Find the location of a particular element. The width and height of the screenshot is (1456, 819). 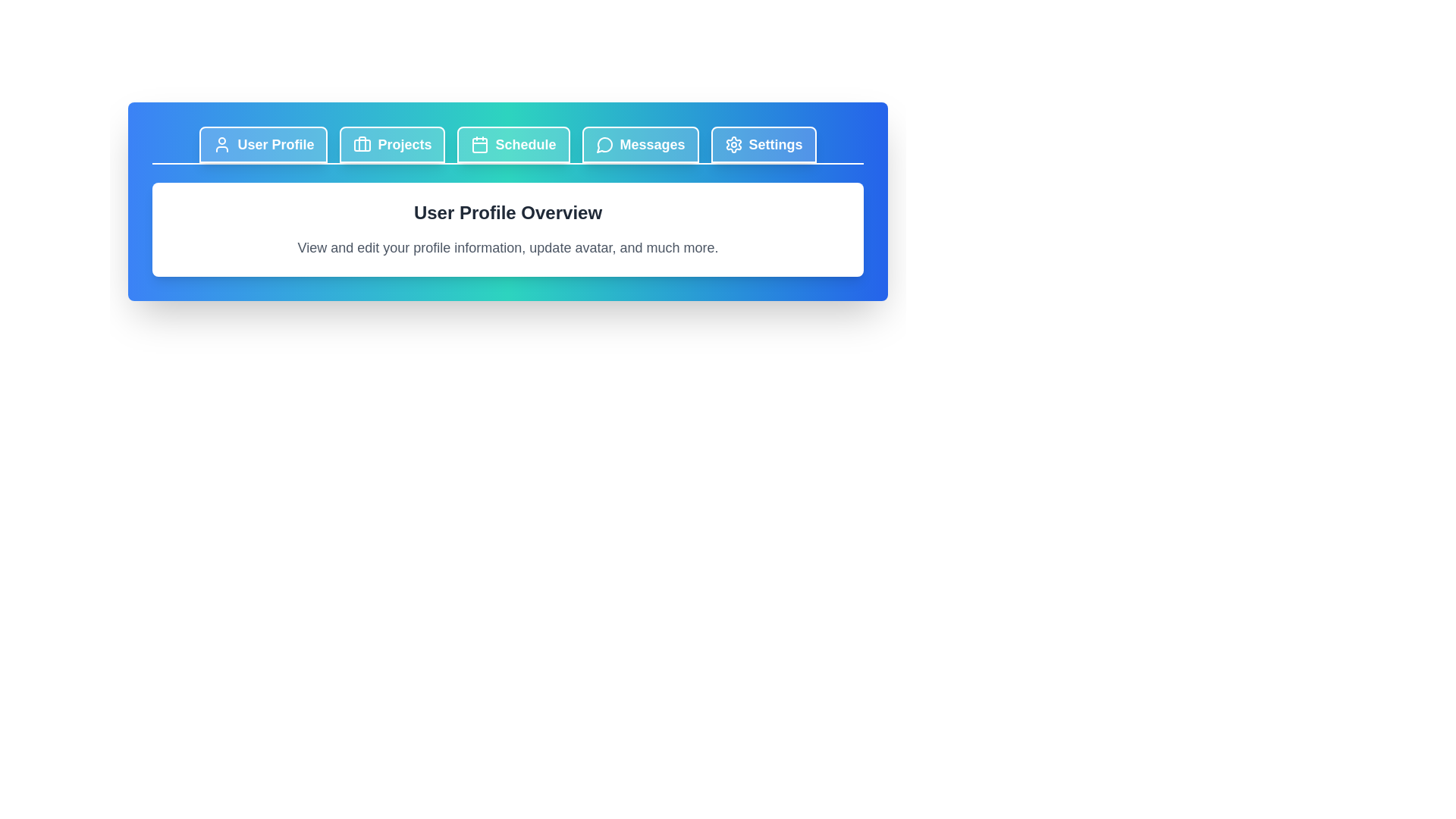

the 'User Profile' button, which is a rectangular button with a blue background and a user silhouette icon, located in the top-center navigation bar is located at coordinates (263, 145).